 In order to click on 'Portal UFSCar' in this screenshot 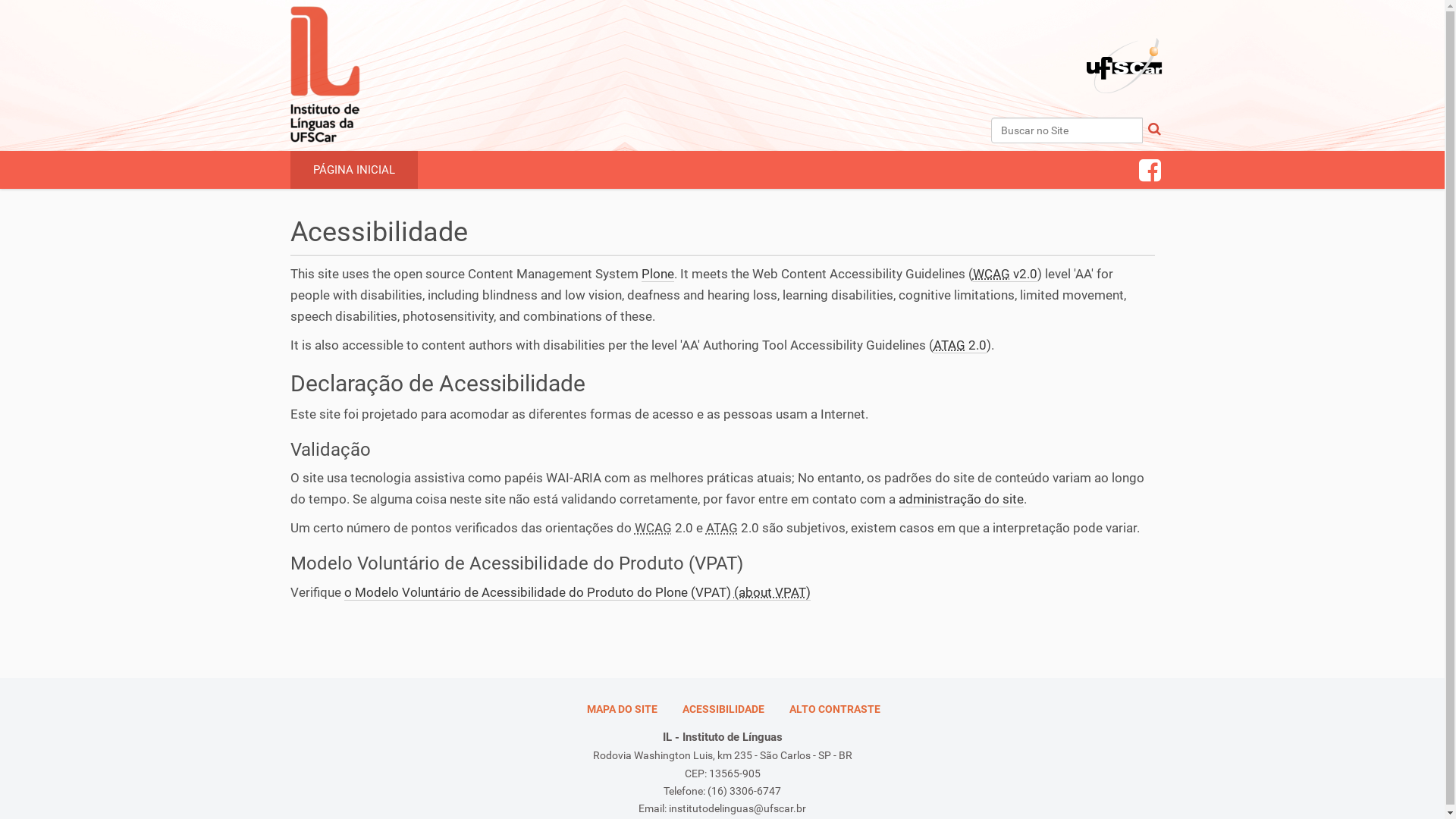, I will do `click(1116, 27)`.